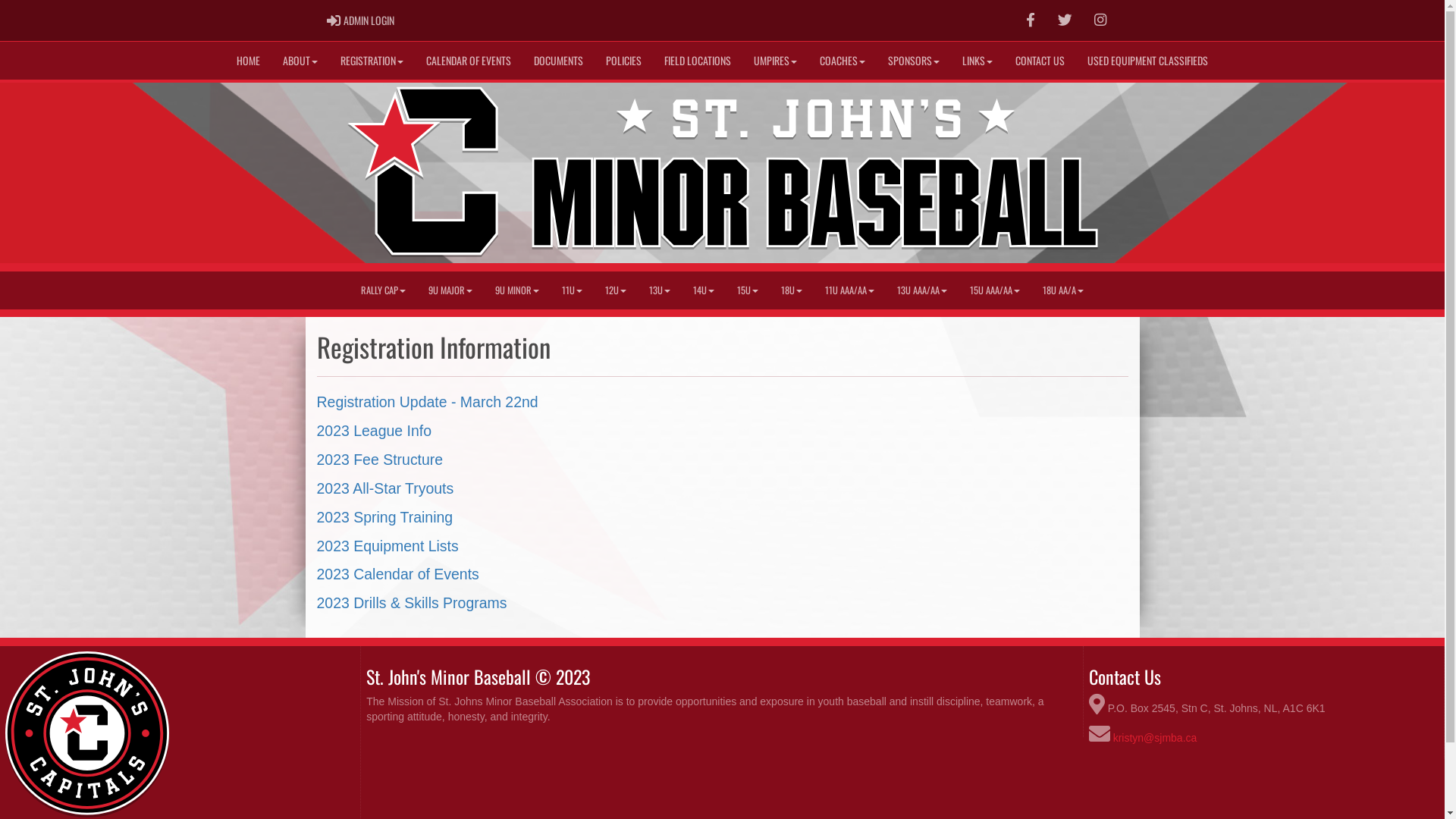 This screenshot has height=819, width=1456. What do you see at coordinates (697, 60) in the screenshot?
I see `'FIELD LOCATIONS'` at bounding box center [697, 60].